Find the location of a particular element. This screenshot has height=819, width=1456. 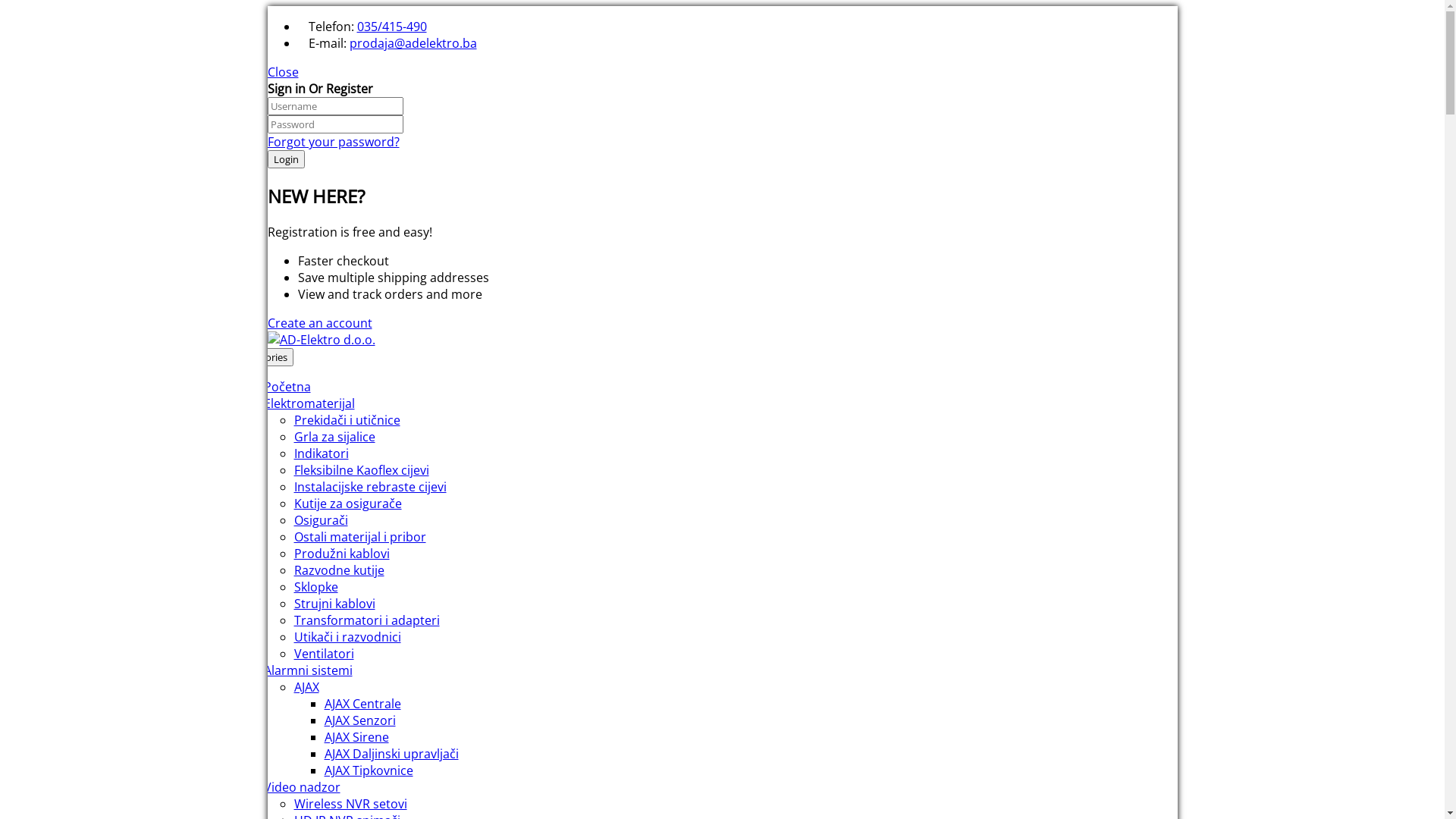

'Instalacijske rebraste cijevi' is located at coordinates (294, 486).